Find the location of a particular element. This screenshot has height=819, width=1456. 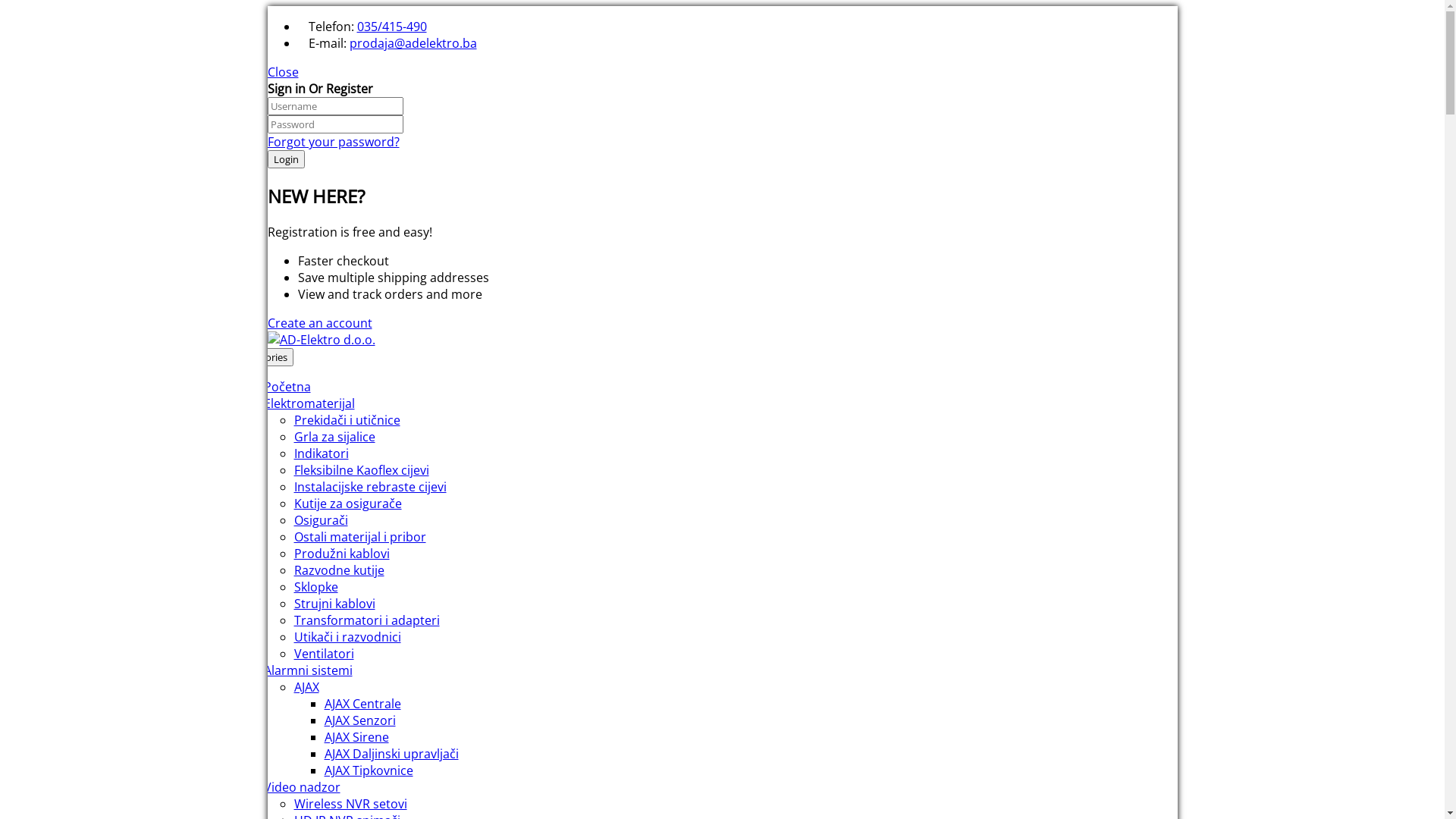

'Instalacijske rebraste cijevi' is located at coordinates (294, 486).